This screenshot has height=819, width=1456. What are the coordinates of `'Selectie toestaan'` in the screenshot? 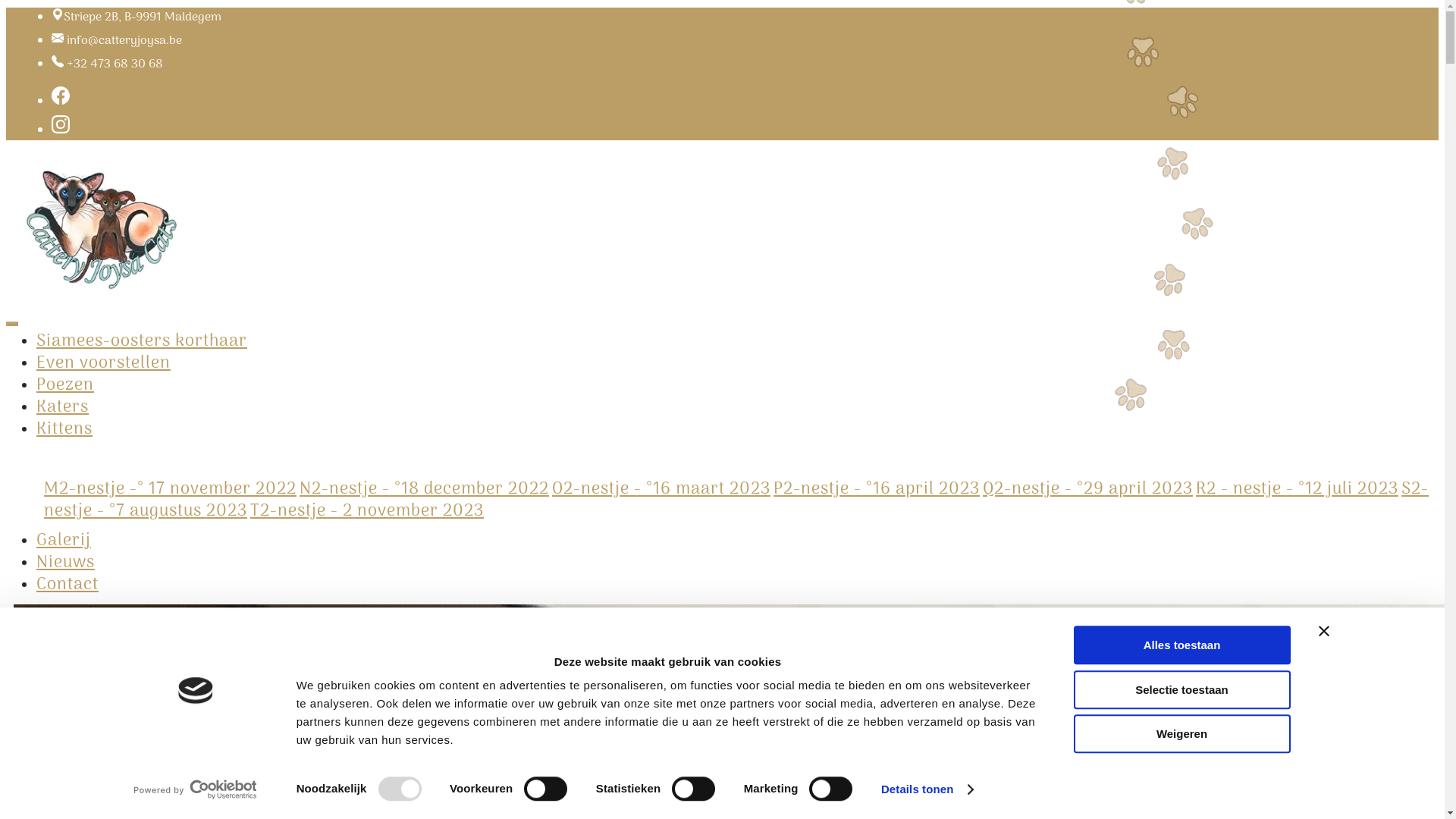 It's located at (1181, 689).